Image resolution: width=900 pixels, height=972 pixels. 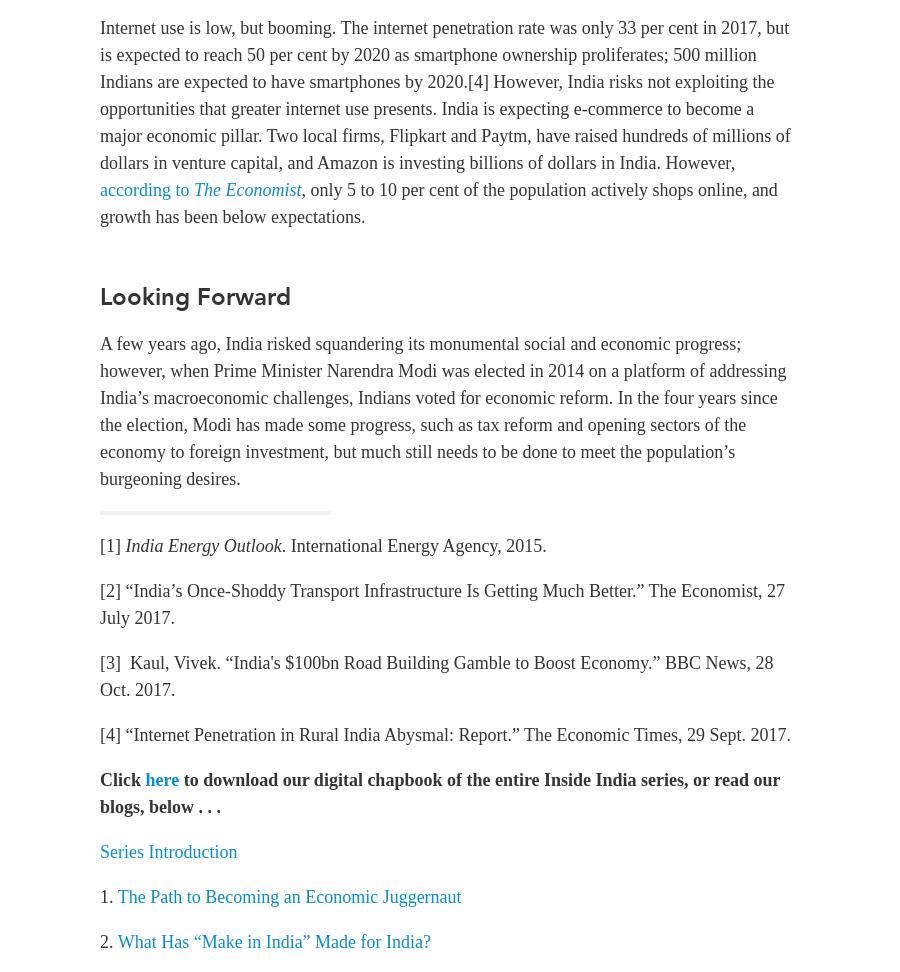 What do you see at coordinates (287, 896) in the screenshot?
I see `'The Path to Becoming an Economic Juggernaut'` at bounding box center [287, 896].